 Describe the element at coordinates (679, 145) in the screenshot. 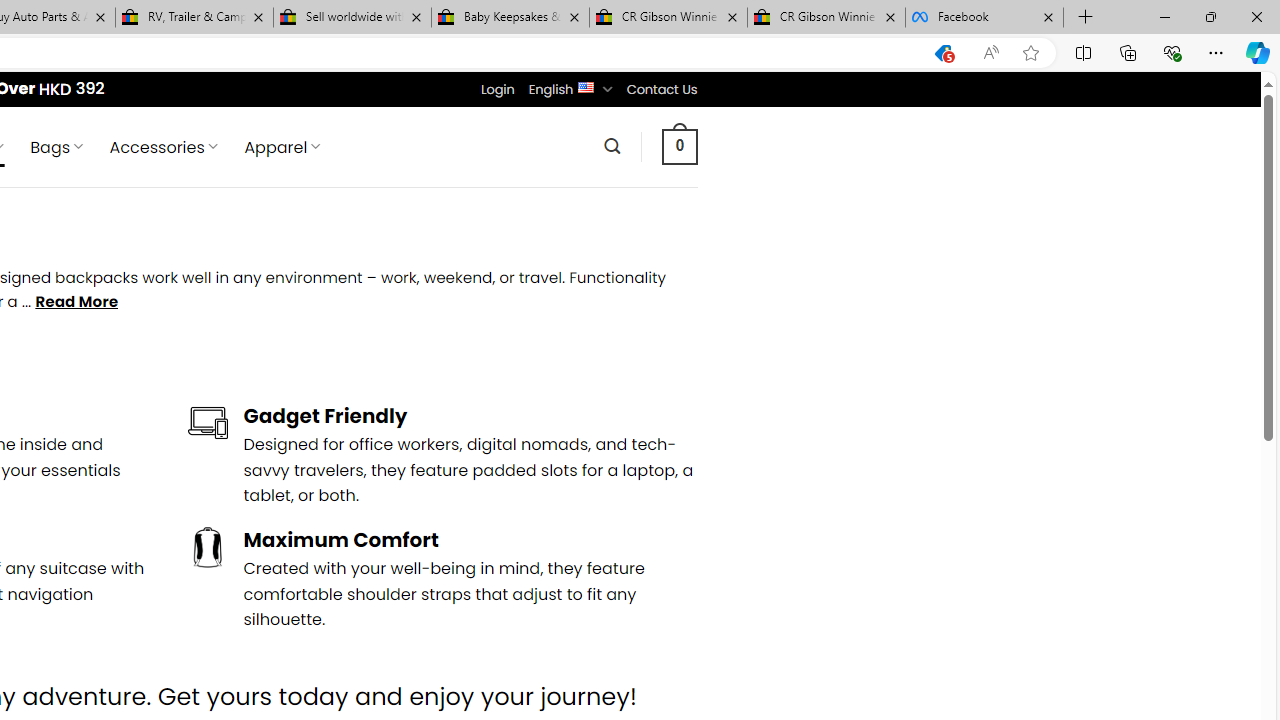

I see `'  0  '` at that location.